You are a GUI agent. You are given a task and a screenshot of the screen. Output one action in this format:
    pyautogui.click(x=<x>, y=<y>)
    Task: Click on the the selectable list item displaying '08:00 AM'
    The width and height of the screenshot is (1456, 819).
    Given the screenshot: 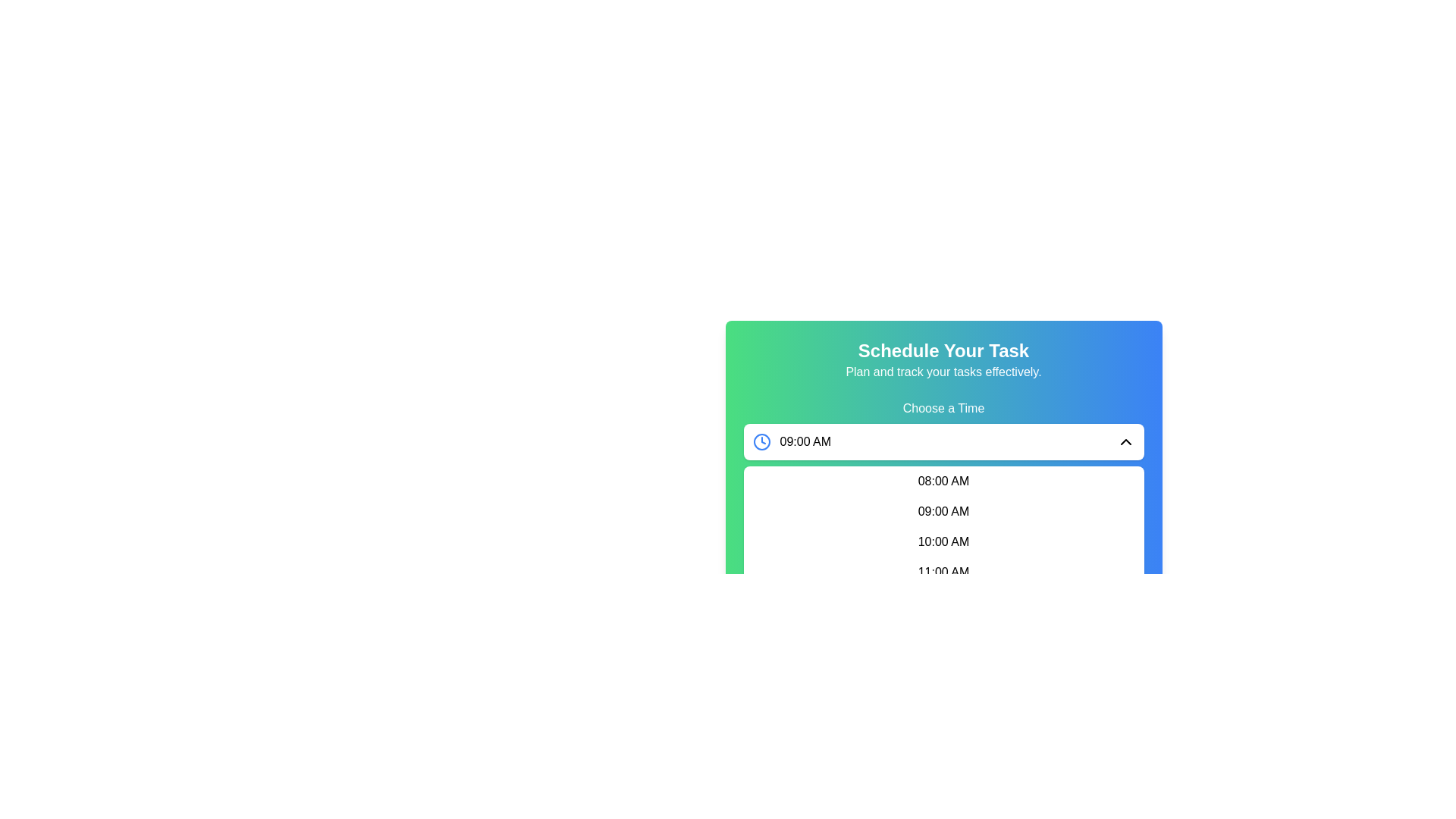 What is the action you would take?
    pyautogui.click(x=943, y=482)
    